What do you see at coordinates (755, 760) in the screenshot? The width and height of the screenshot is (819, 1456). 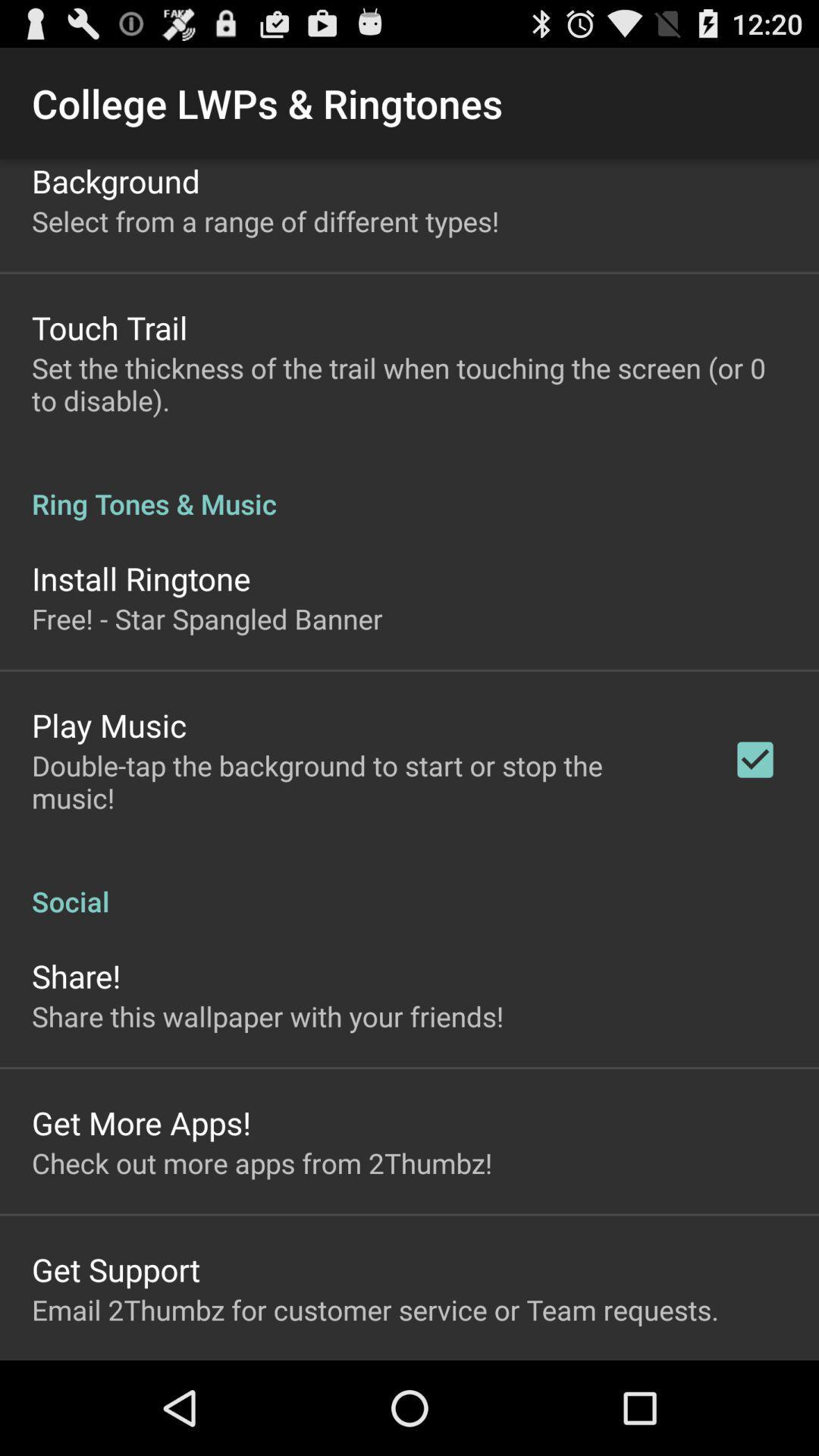 I see `icon above the social item` at bounding box center [755, 760].